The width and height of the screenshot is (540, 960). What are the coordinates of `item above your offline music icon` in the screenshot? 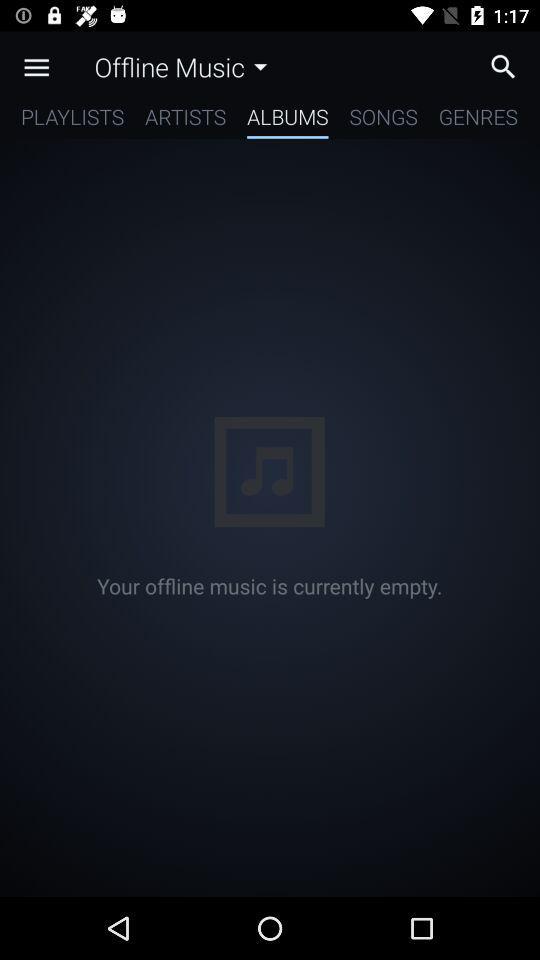 It's located at (71, 120).